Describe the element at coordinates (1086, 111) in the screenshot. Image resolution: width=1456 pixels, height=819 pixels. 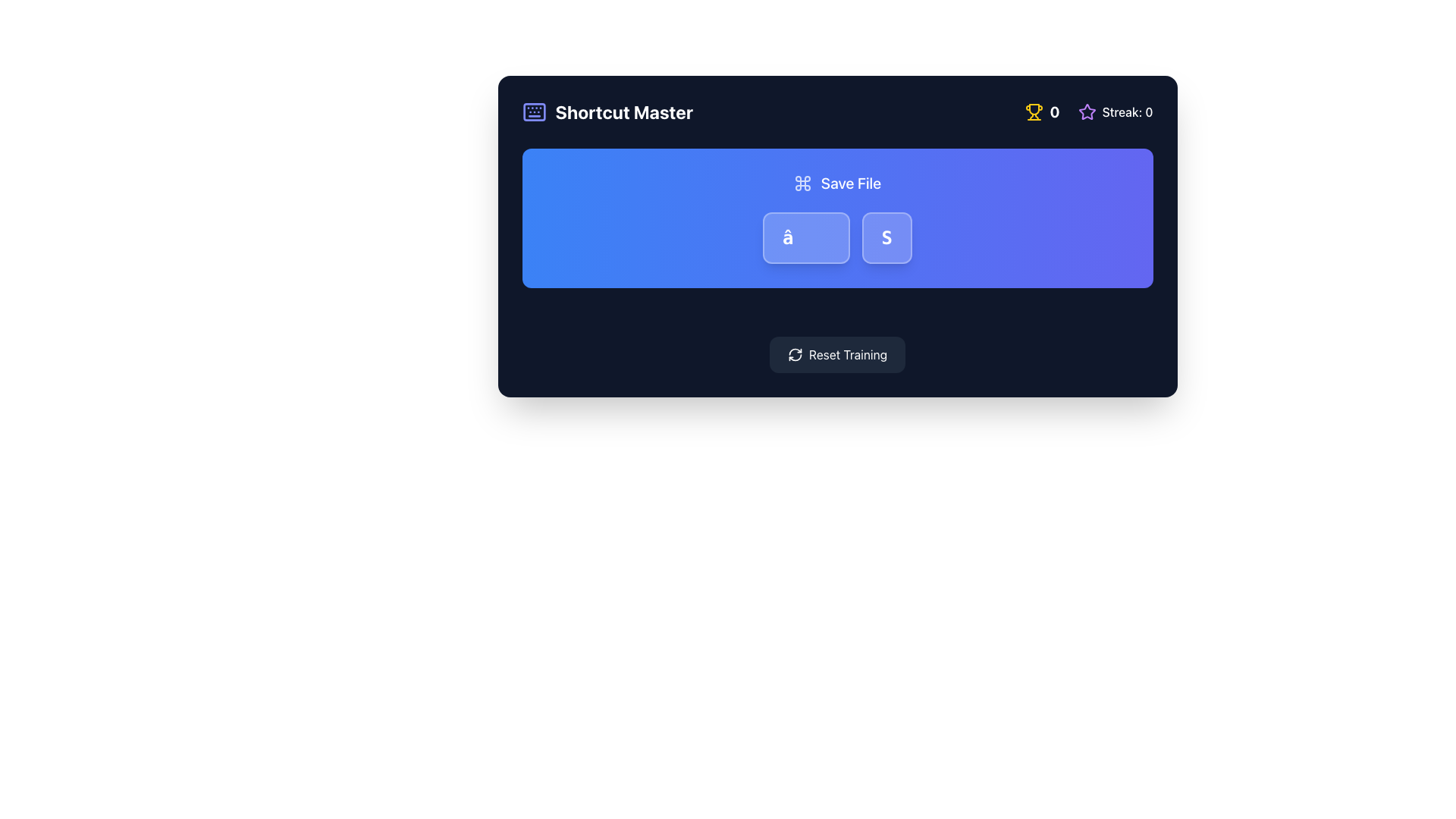
I see `the visual state of the star-shaped icon with a purple outline located in the top-right corner of the application interface, positioned to the left of the numerical streak indicator` at that location.